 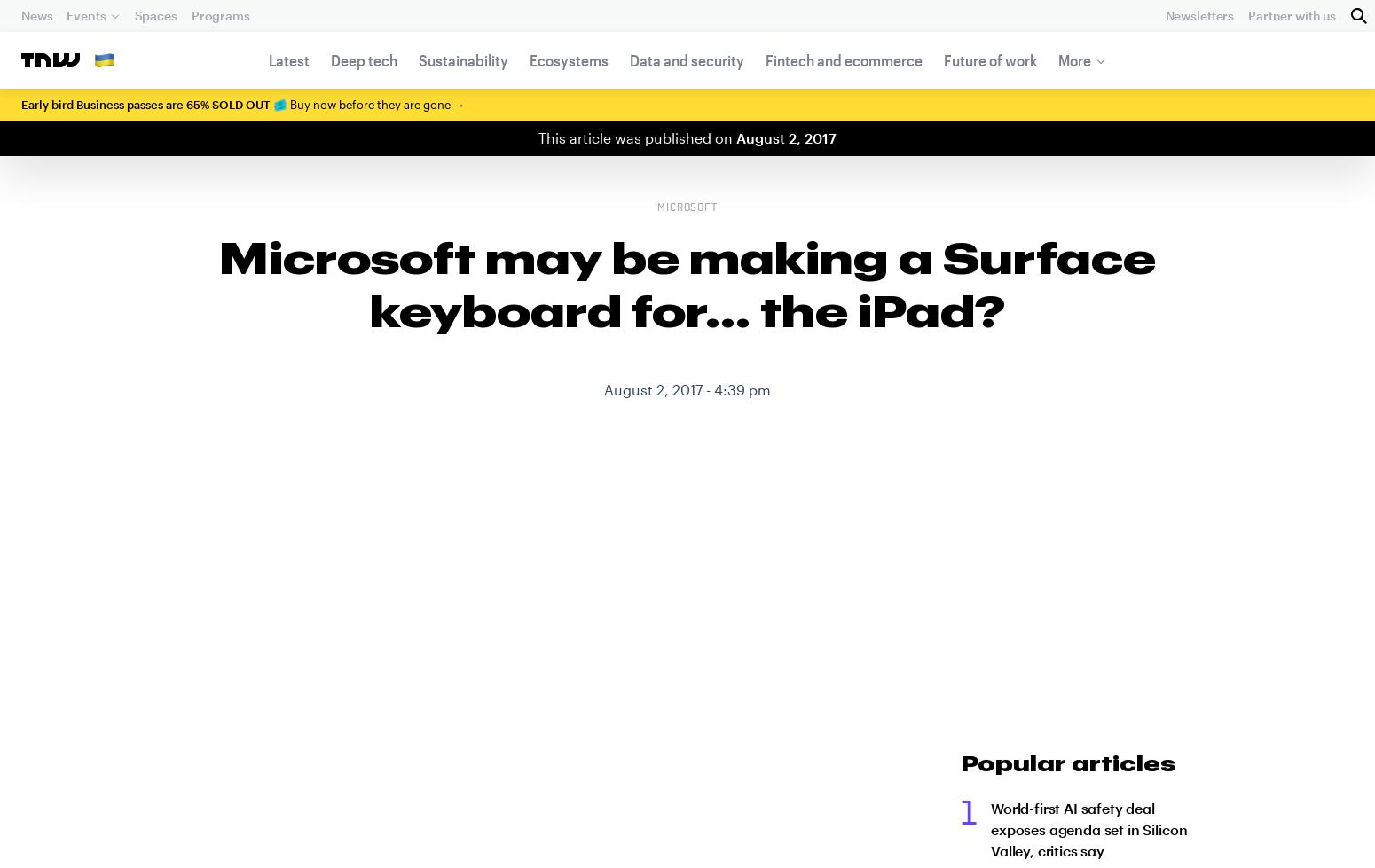 What do you see at coordinates (687, 284) in the screenshot?
I see `'Microsoft may be making a Surface keyboard for… the iPad?'` at bounding box center [687, 284].